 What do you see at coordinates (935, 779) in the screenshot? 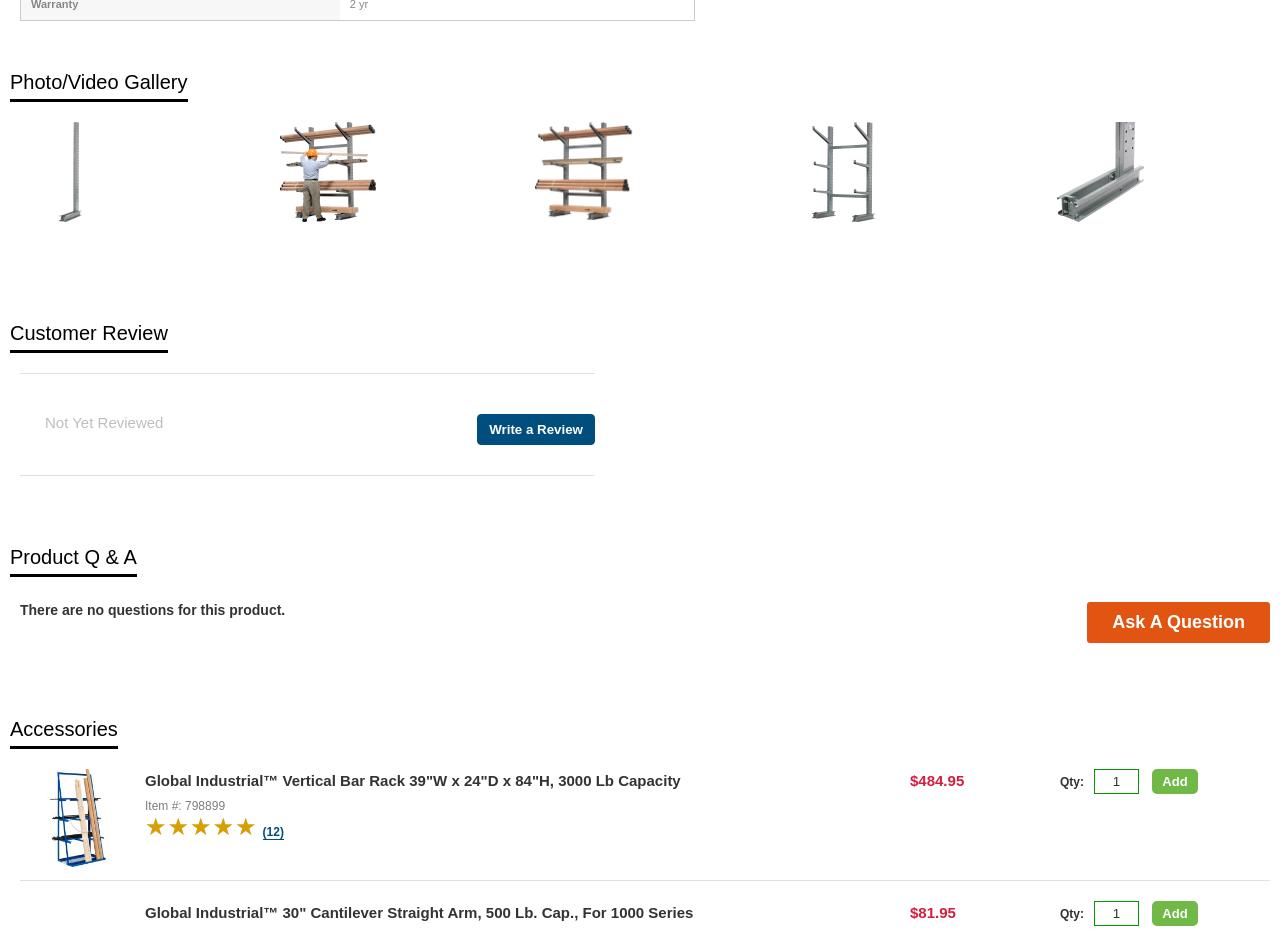
I see `'$484.95'` at bounding box center [935, 779].